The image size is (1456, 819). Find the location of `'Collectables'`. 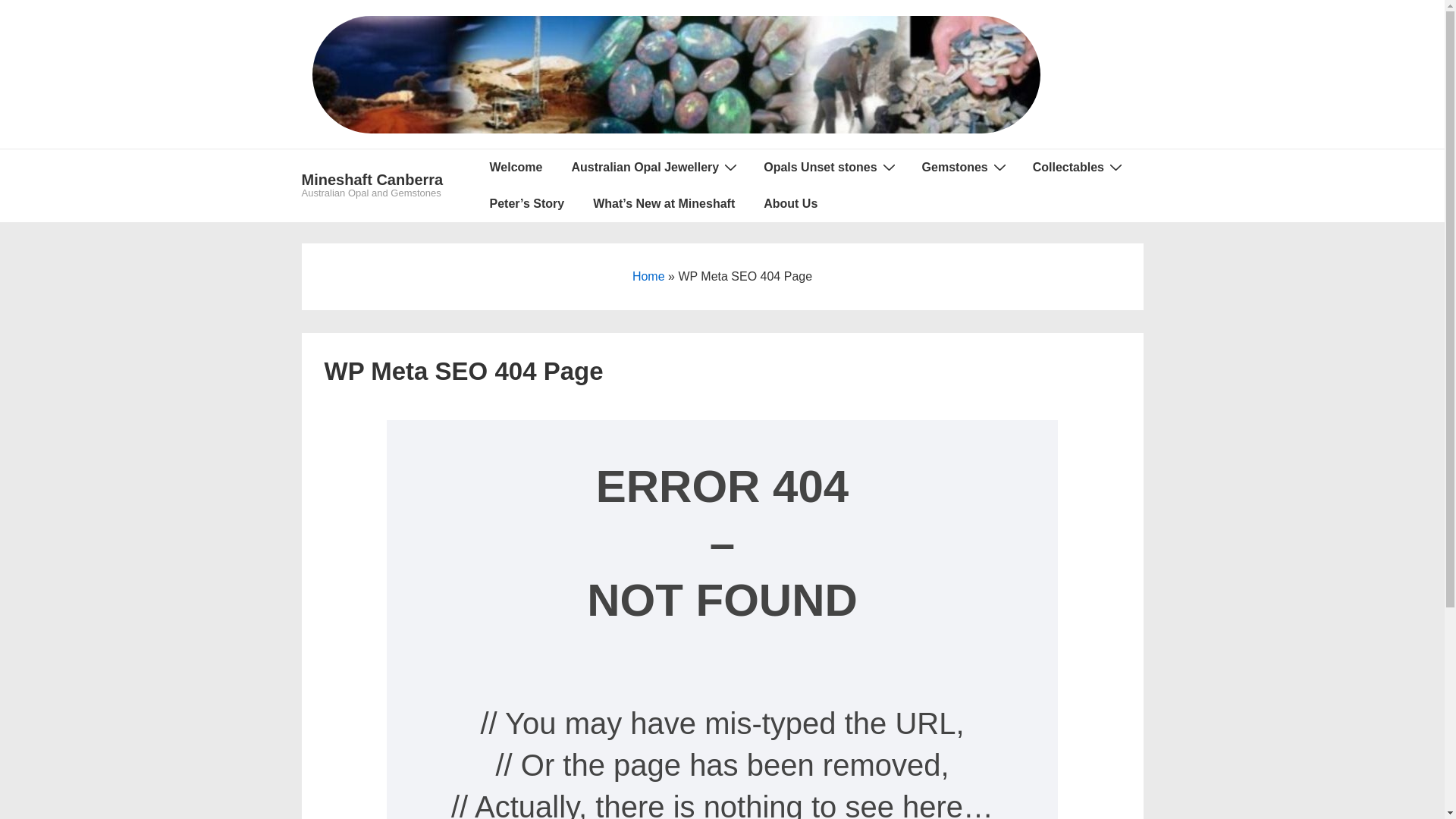

'Collectables' is located at coordinates (1075, 167).